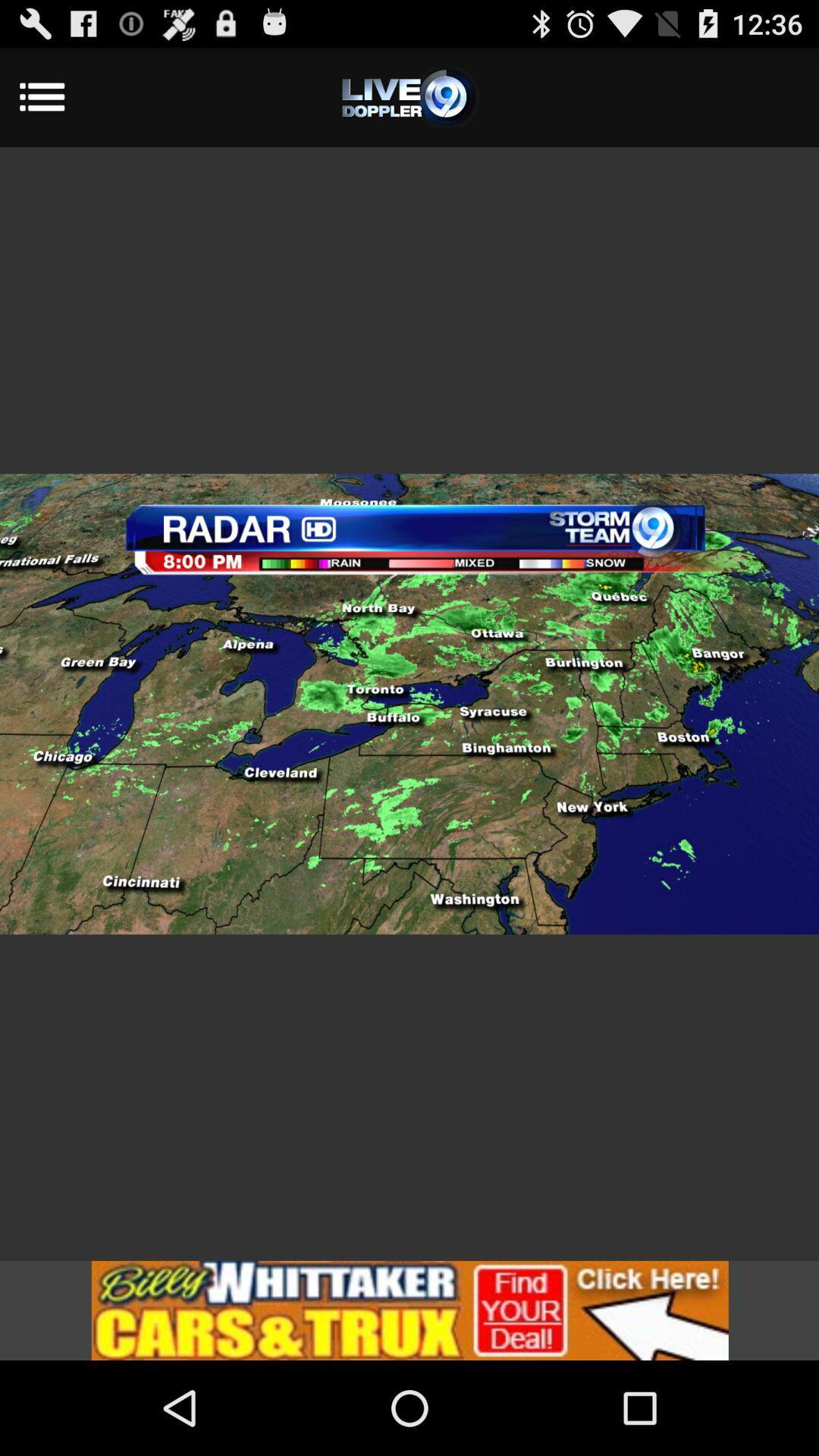  Describe the element at coordinates (409, 703) in the screenshot. I see `expands the image` at that location.